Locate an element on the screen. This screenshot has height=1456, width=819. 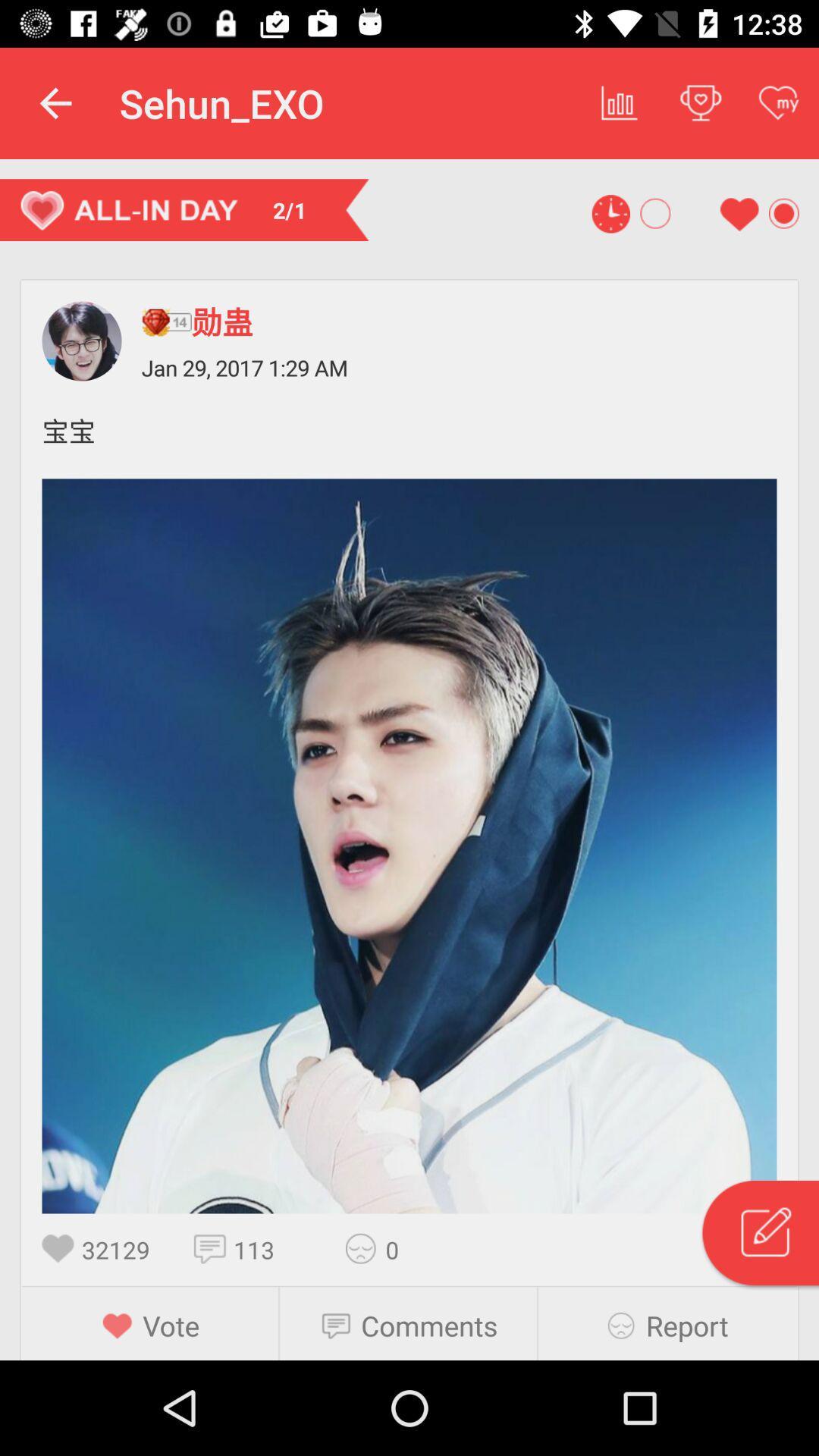
app next to the sehun_exo is located at coordinates (55, 102).